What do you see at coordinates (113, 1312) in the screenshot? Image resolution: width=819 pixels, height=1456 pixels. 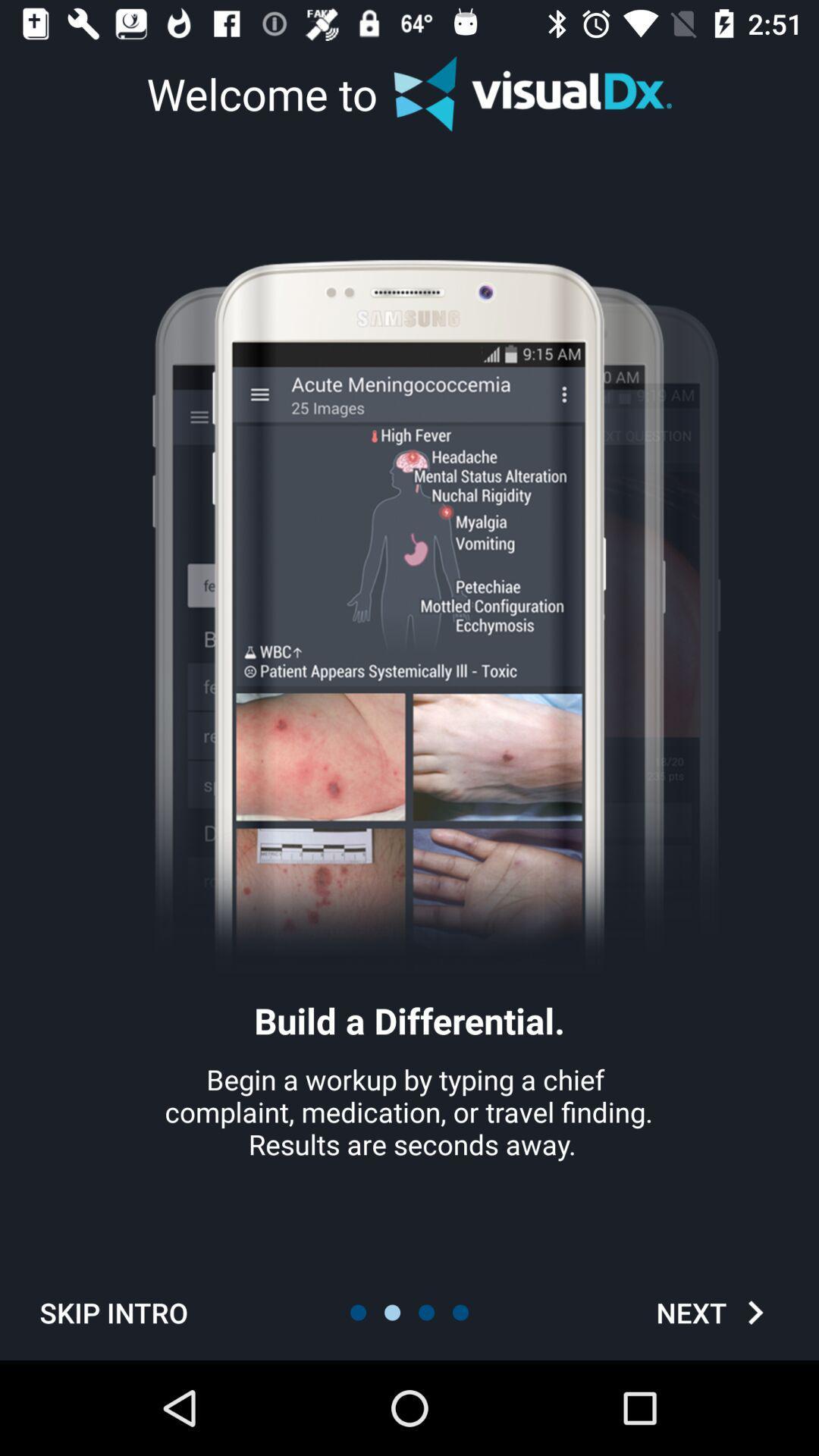 I see `the skip intro` at bounding box center [113, 1312].